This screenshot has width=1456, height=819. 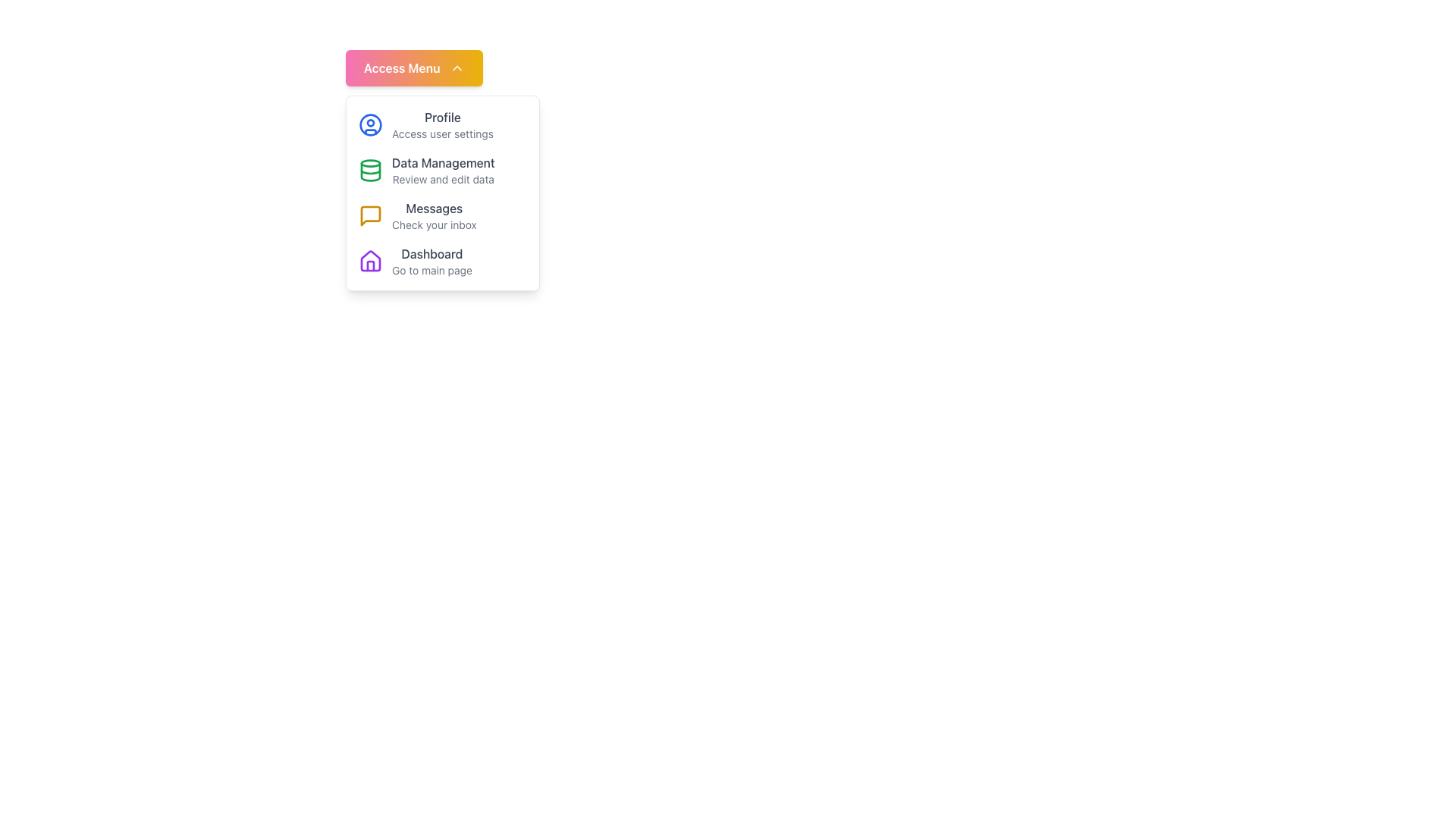 I want to click on the speech bubble icon with a yellow outline, located to the left of the 'Messages' menu item in the dropdown list, so click(x=371, y=216).